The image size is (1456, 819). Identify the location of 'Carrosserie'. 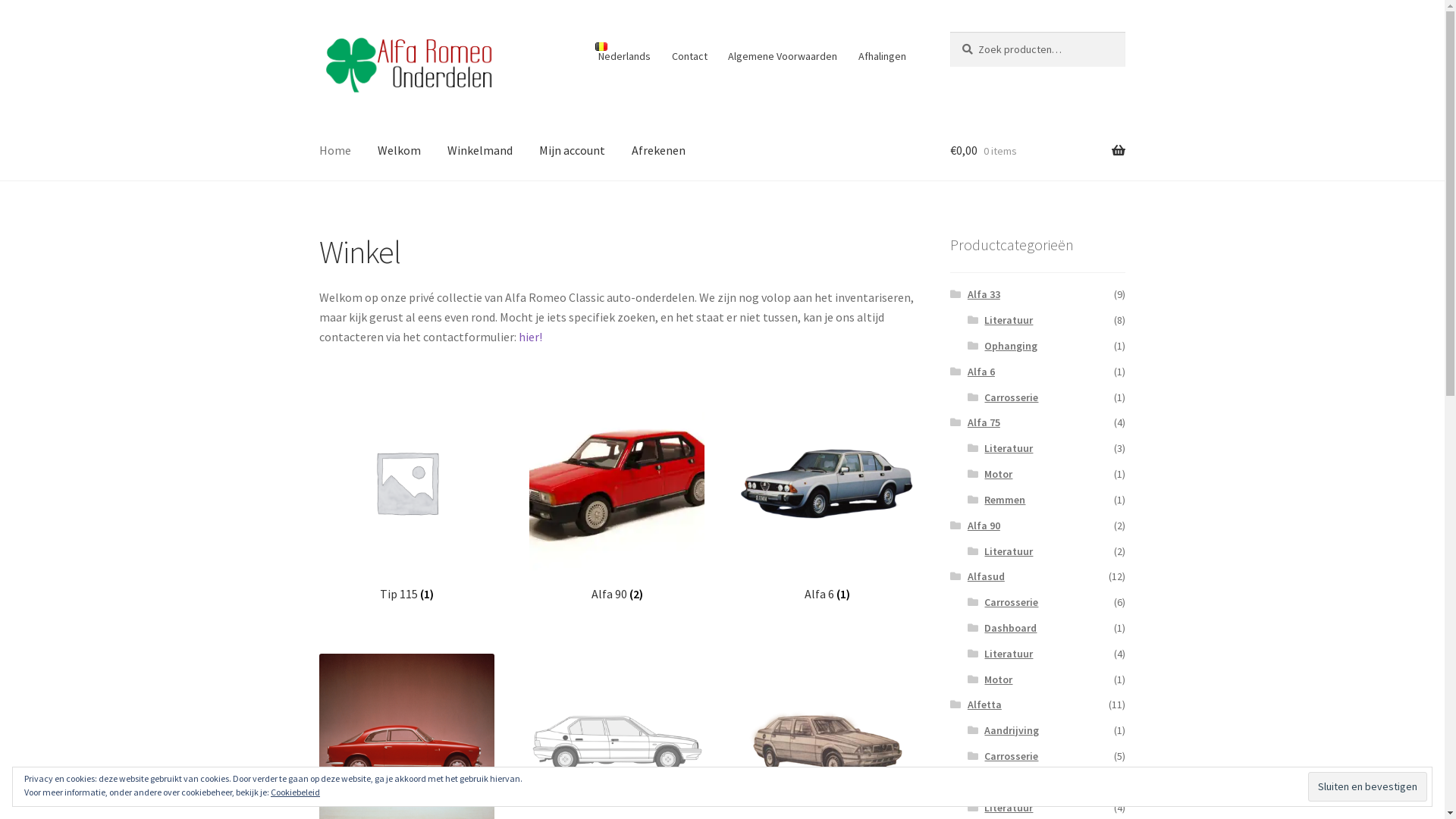
(984, 601).